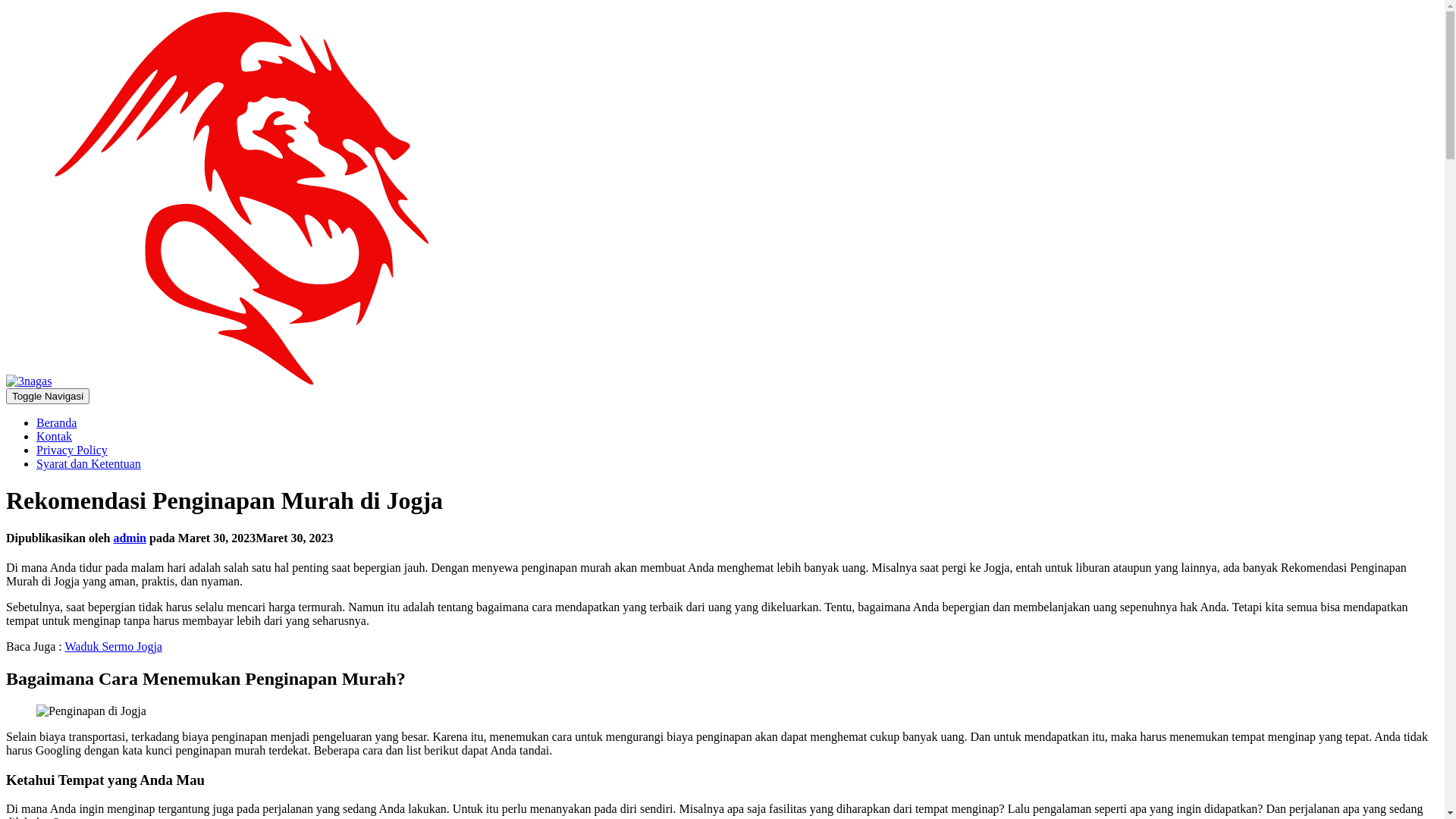 This screenshot has height=819, width=1456. What do you see at coordinates (54, 436) in the screenshot?
I see `'Kontak'` at bounding box center [54, 436].